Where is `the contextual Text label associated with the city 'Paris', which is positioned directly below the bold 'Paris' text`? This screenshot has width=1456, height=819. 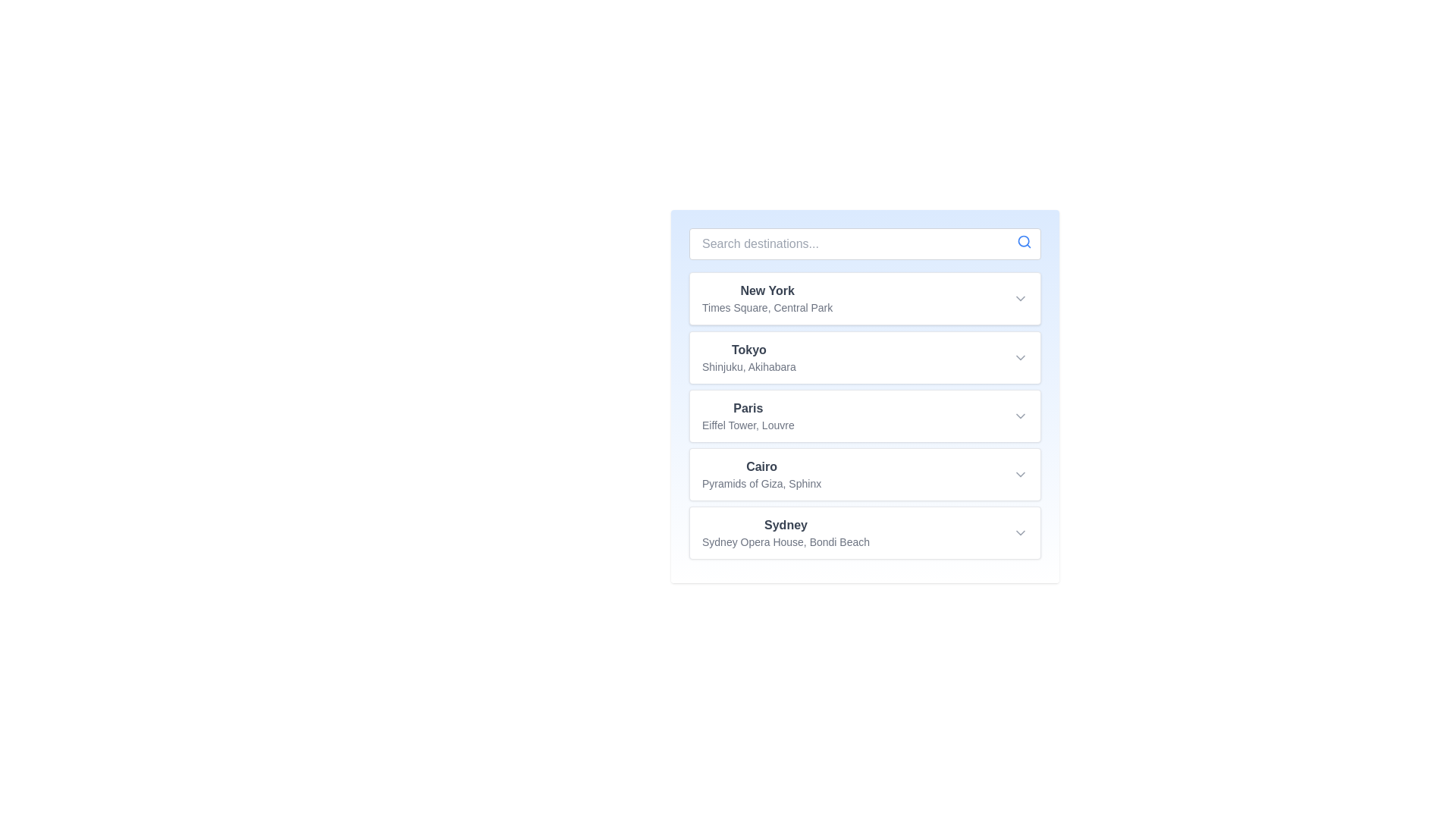 the contextual Text label associated with the city 'Paris', which is positioned directly below the bold 'Paris' text is located at coordinates (748, 425).